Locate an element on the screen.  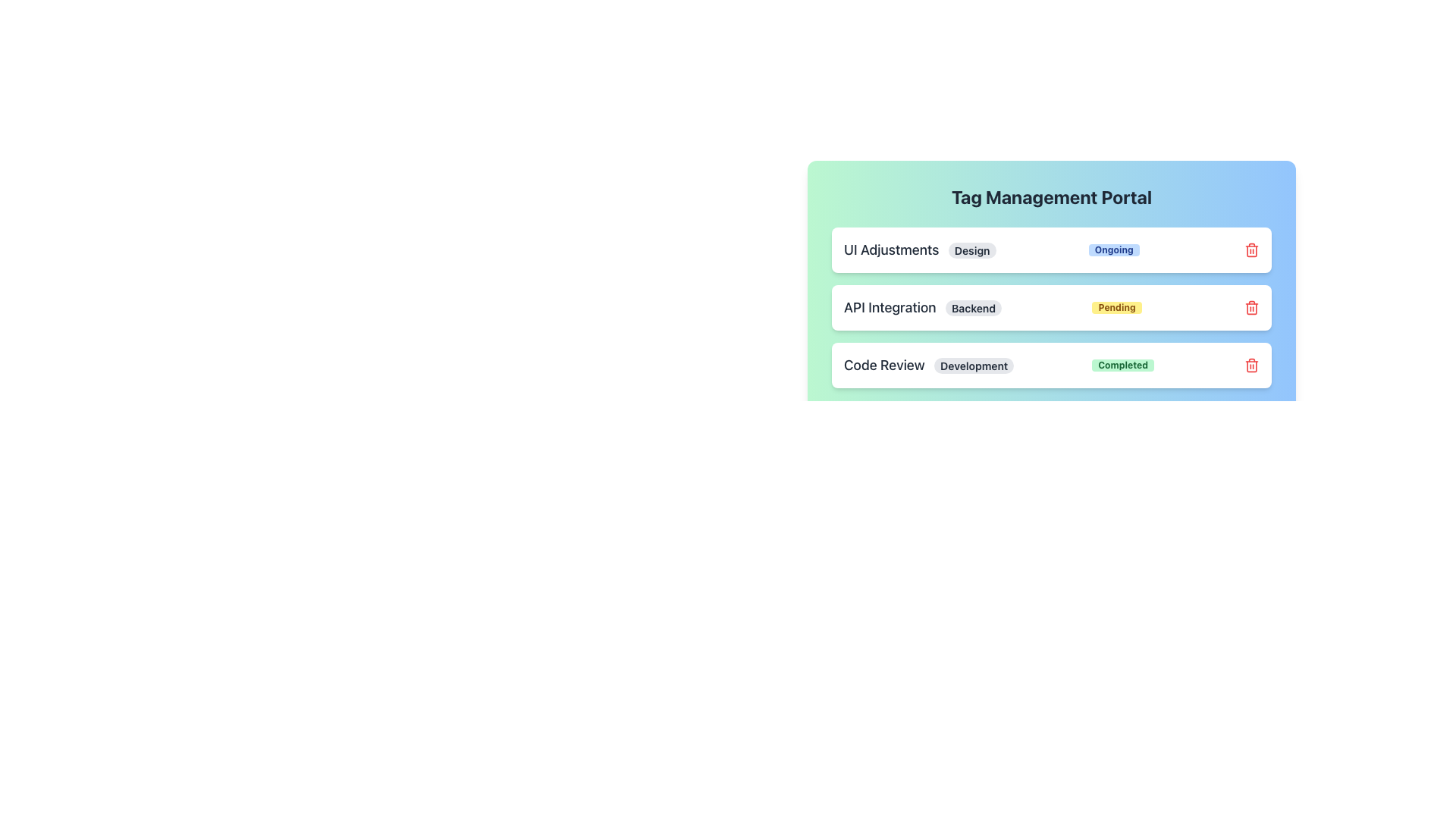
the status label indicating the ongoing status of the 'UI Adjustments' task, which is positioned to the right of the 'Design' label is located at coordinates (1114, 249).